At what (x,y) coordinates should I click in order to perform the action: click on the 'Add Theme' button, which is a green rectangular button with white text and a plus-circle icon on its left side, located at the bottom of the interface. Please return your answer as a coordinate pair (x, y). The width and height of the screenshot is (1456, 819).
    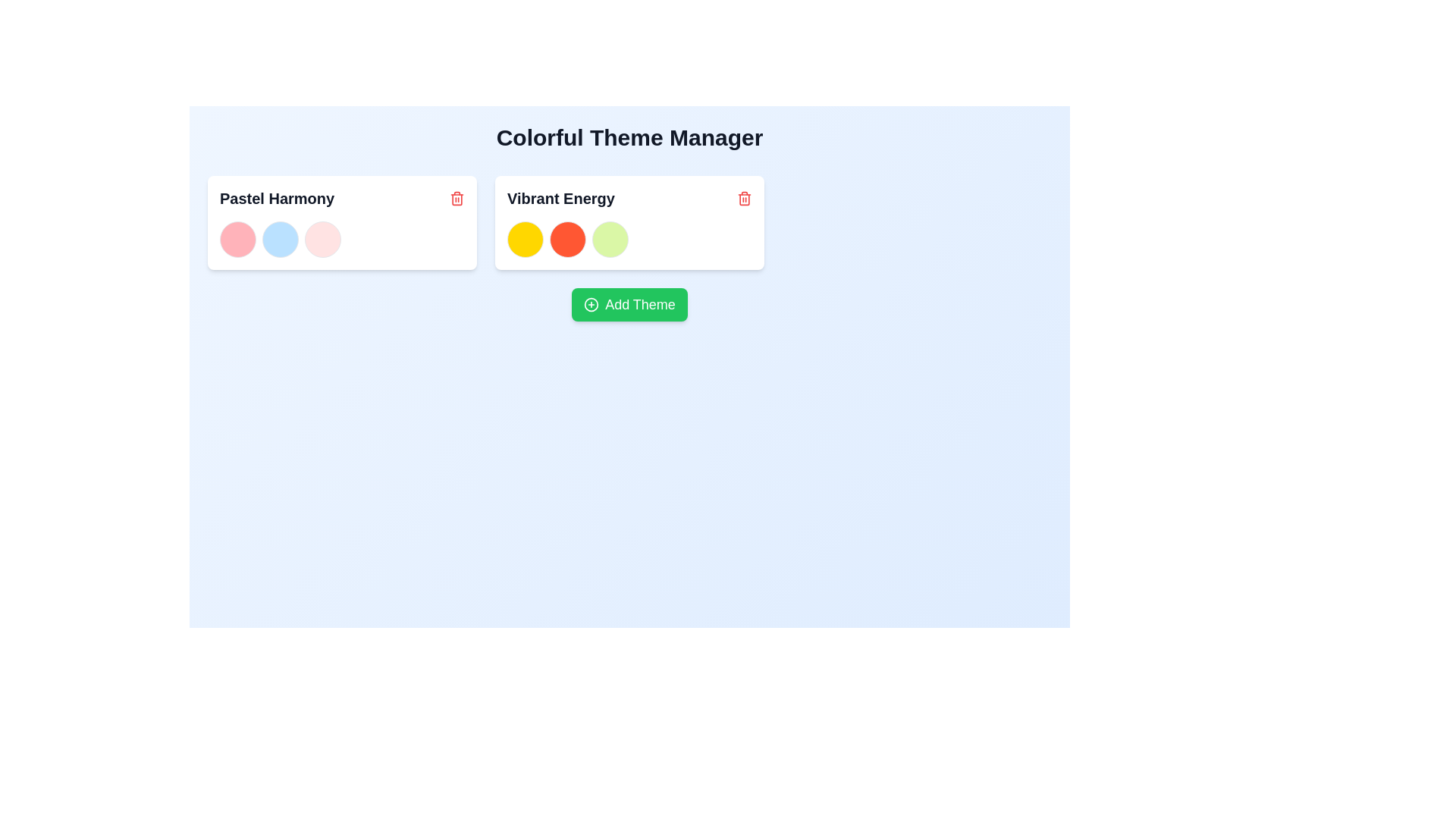
    Looking at the image, I should click on (629, 304).